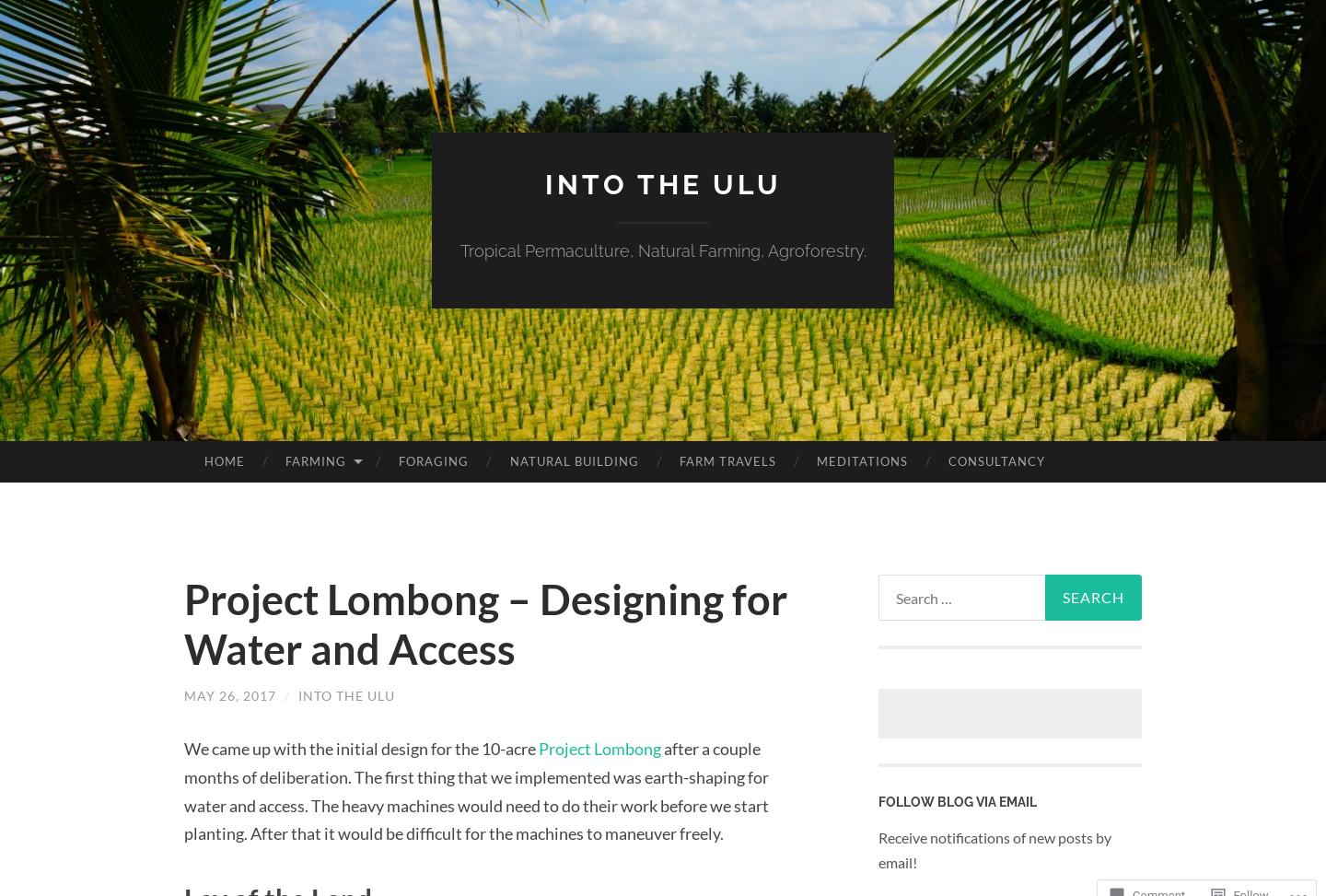  What do you see at coordinates (957, 802) in the screenshot?
I see `'Follow Blog via Email'` at bounding box center [957, 802].